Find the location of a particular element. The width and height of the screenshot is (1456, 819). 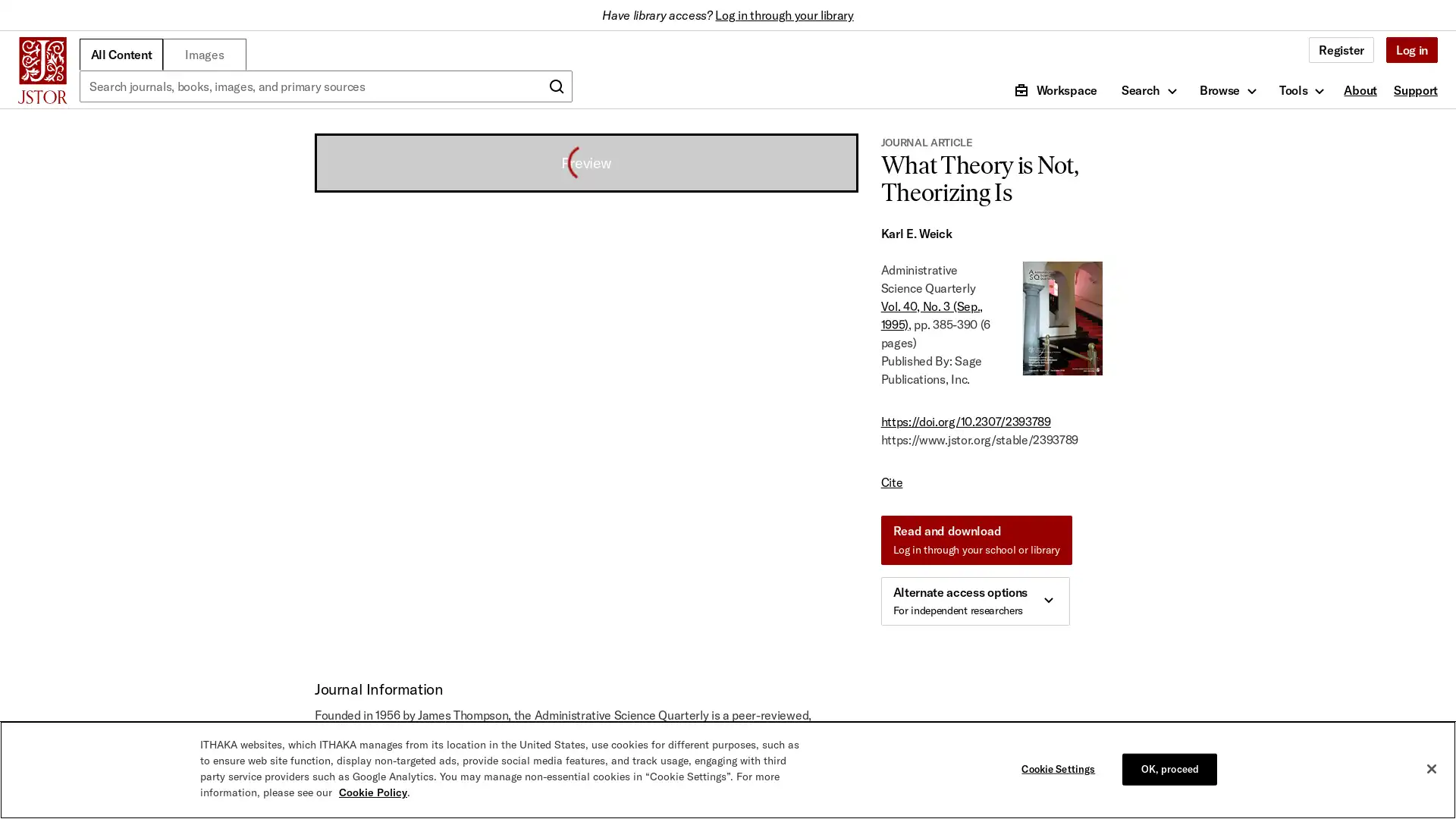

OK, proceed is located at coordinates (1169, 769).